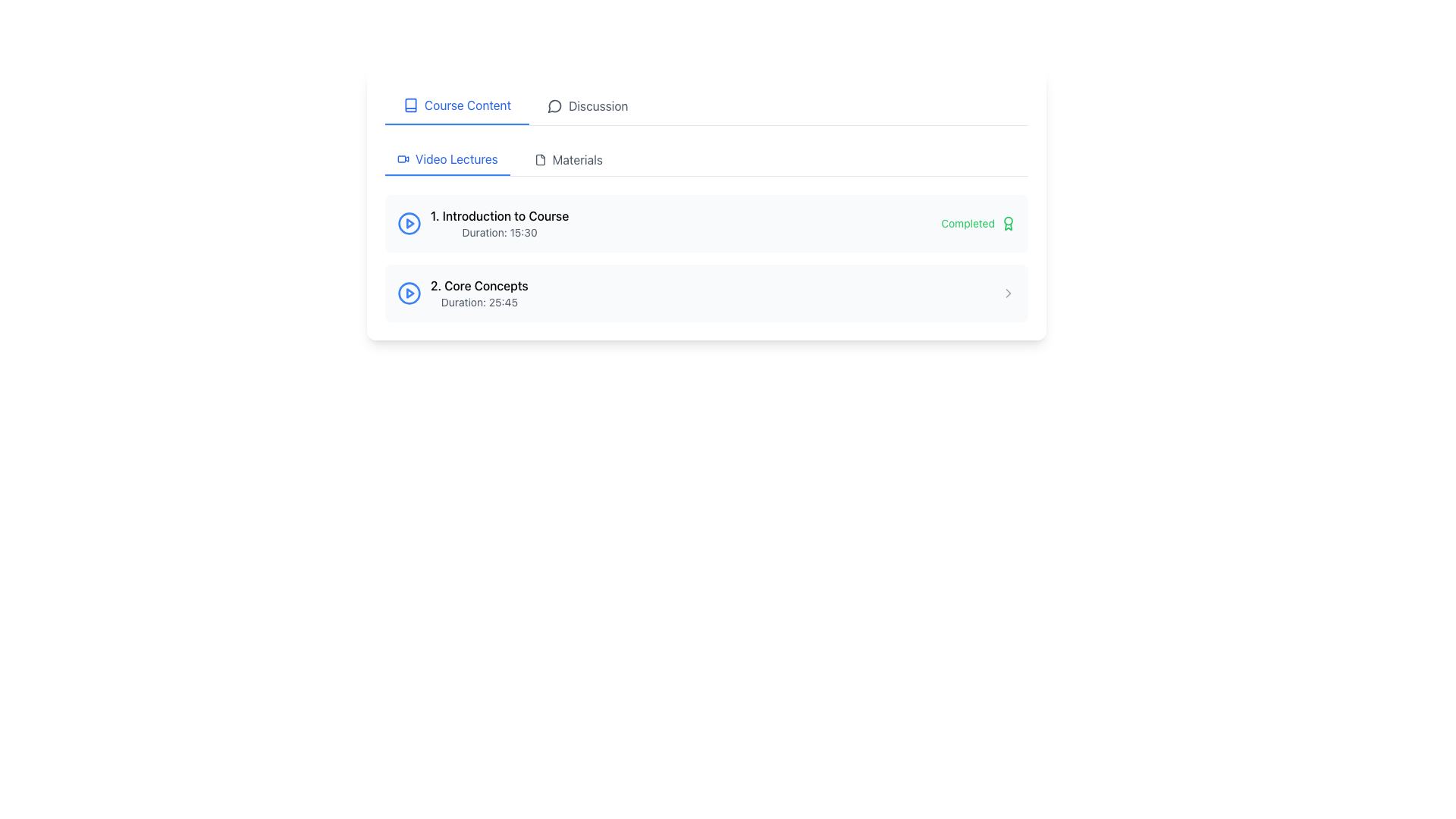 This screenshot has height=819, width=1456. I want to click on the first navigational tab labeled 'Video Lectures' in the tabbed navigation bar, so click(447, 160).